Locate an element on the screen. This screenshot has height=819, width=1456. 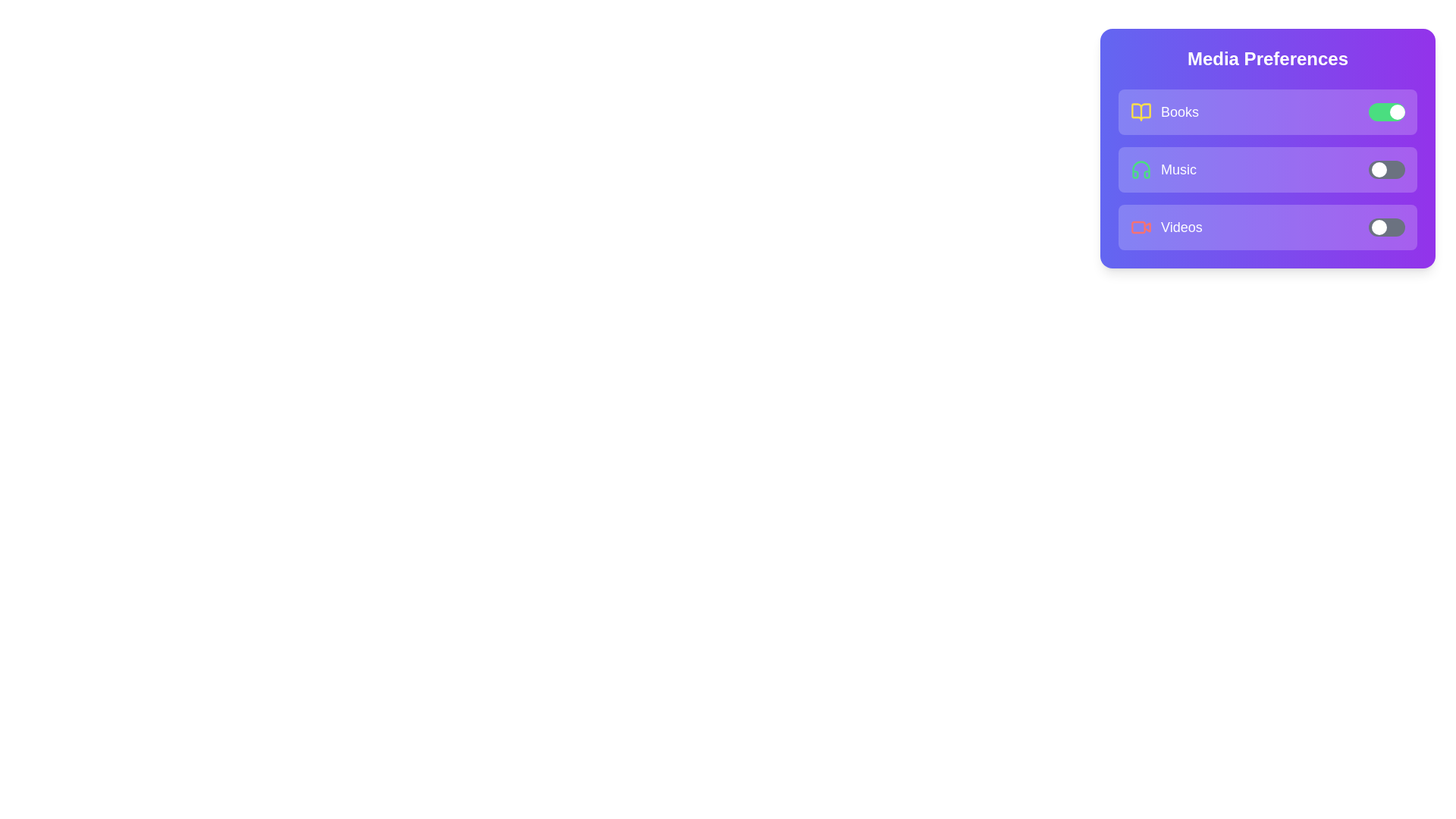
the toggle switch to change the activation state for the 'Videos' preference, located to the right of the 'Videos' label is located at coordinates (1386, 227).